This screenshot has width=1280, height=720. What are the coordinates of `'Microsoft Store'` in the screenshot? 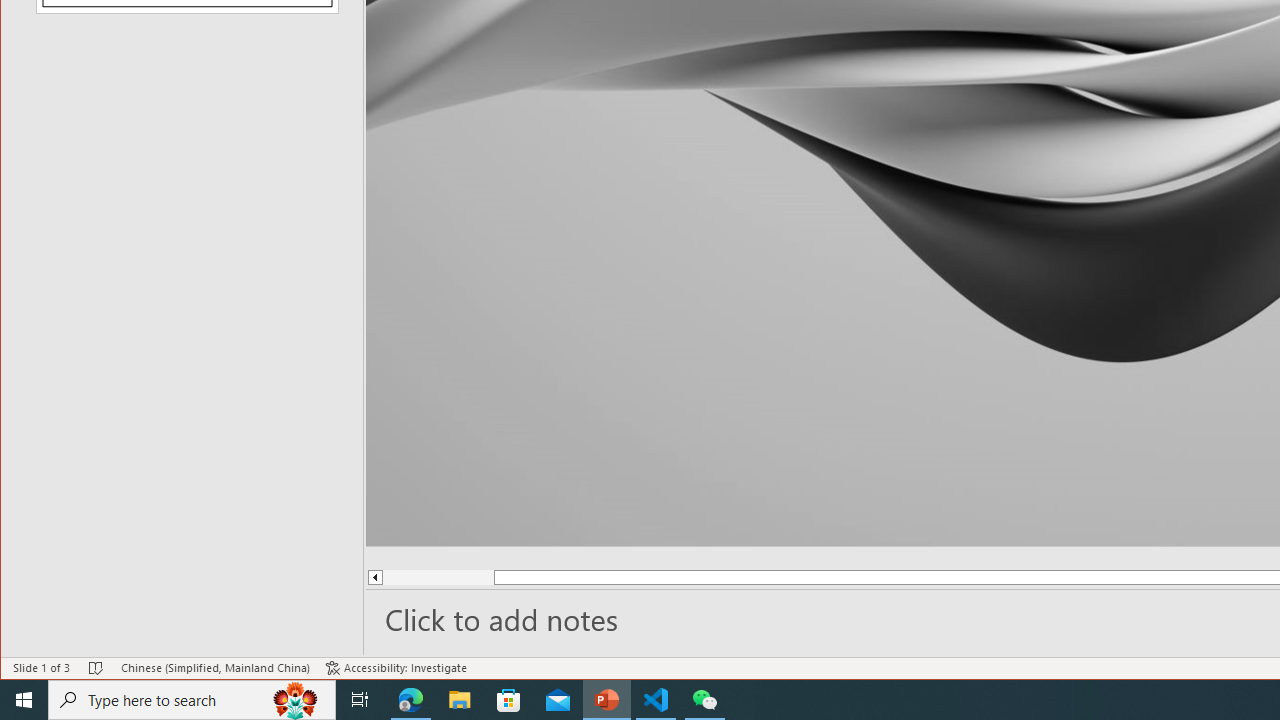 It's located at (509, 698).